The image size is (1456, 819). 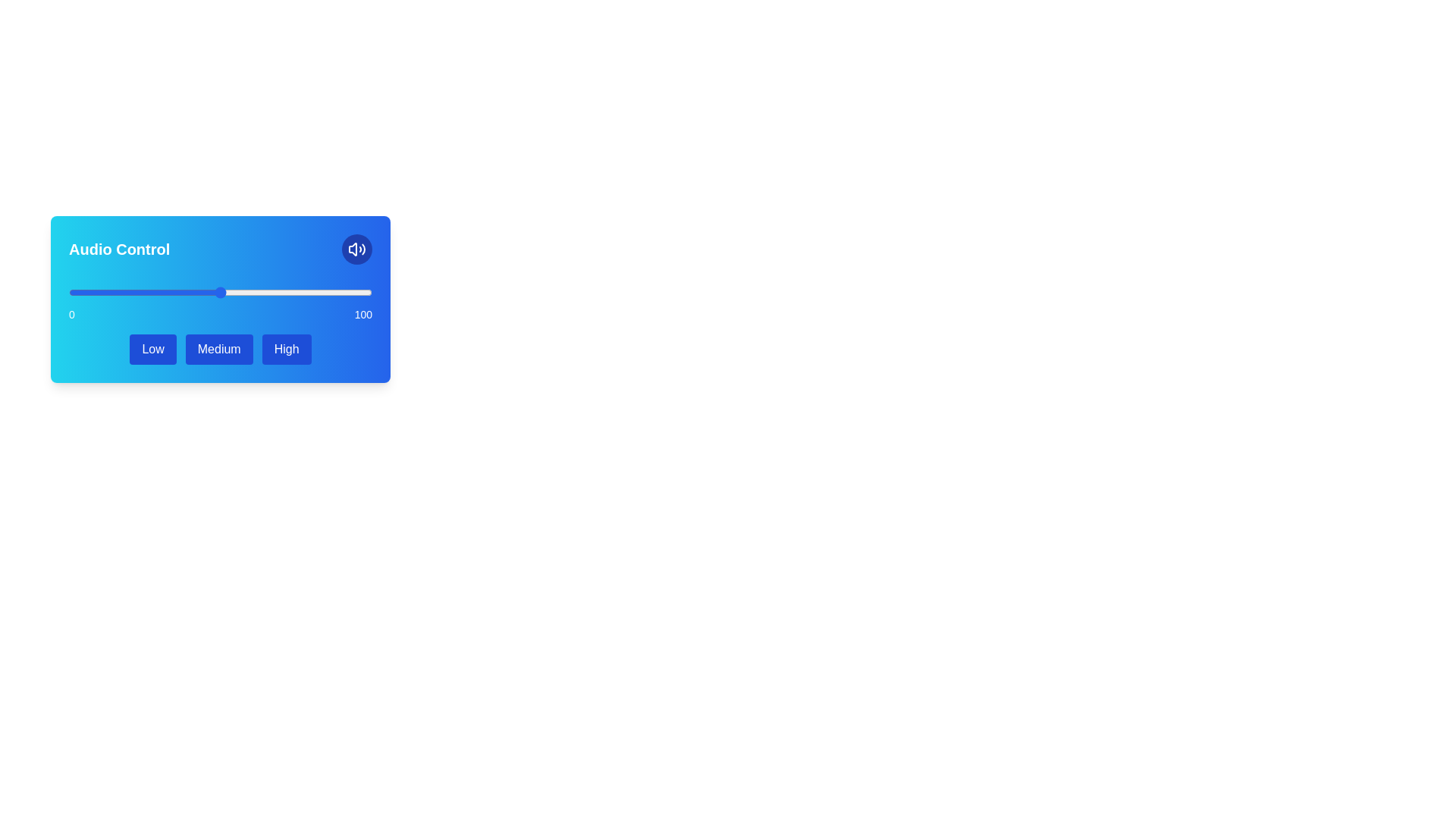 I want to click on the volume icon located in the top-right corner of the 'Audio Control' interface, so click(x=356, y=248).